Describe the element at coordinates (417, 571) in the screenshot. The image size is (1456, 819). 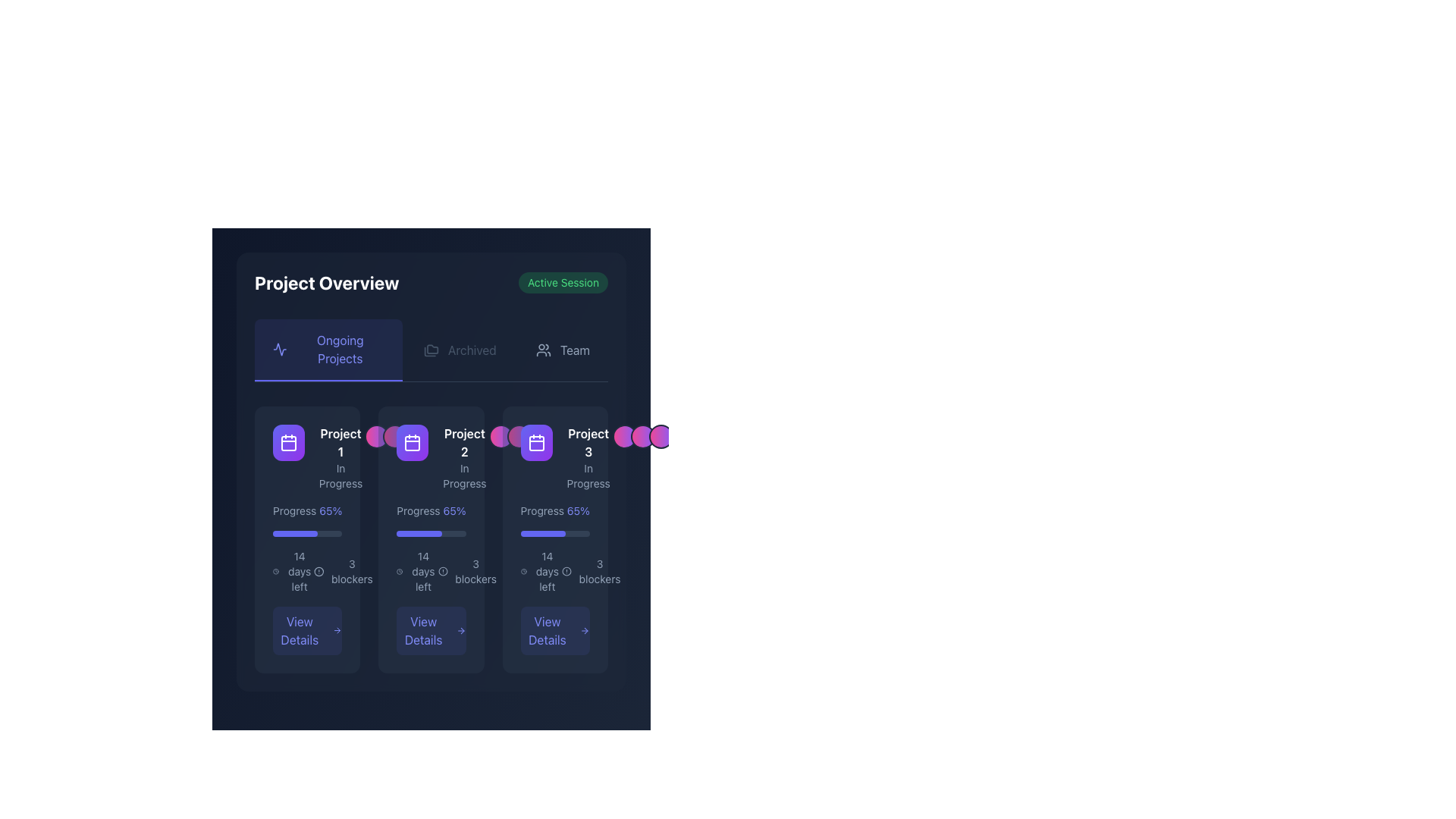
I see `the text label that displays the remaining time (14 days) for the associated task or project, located under the progress bar in the 'Project 2' card` at that location.